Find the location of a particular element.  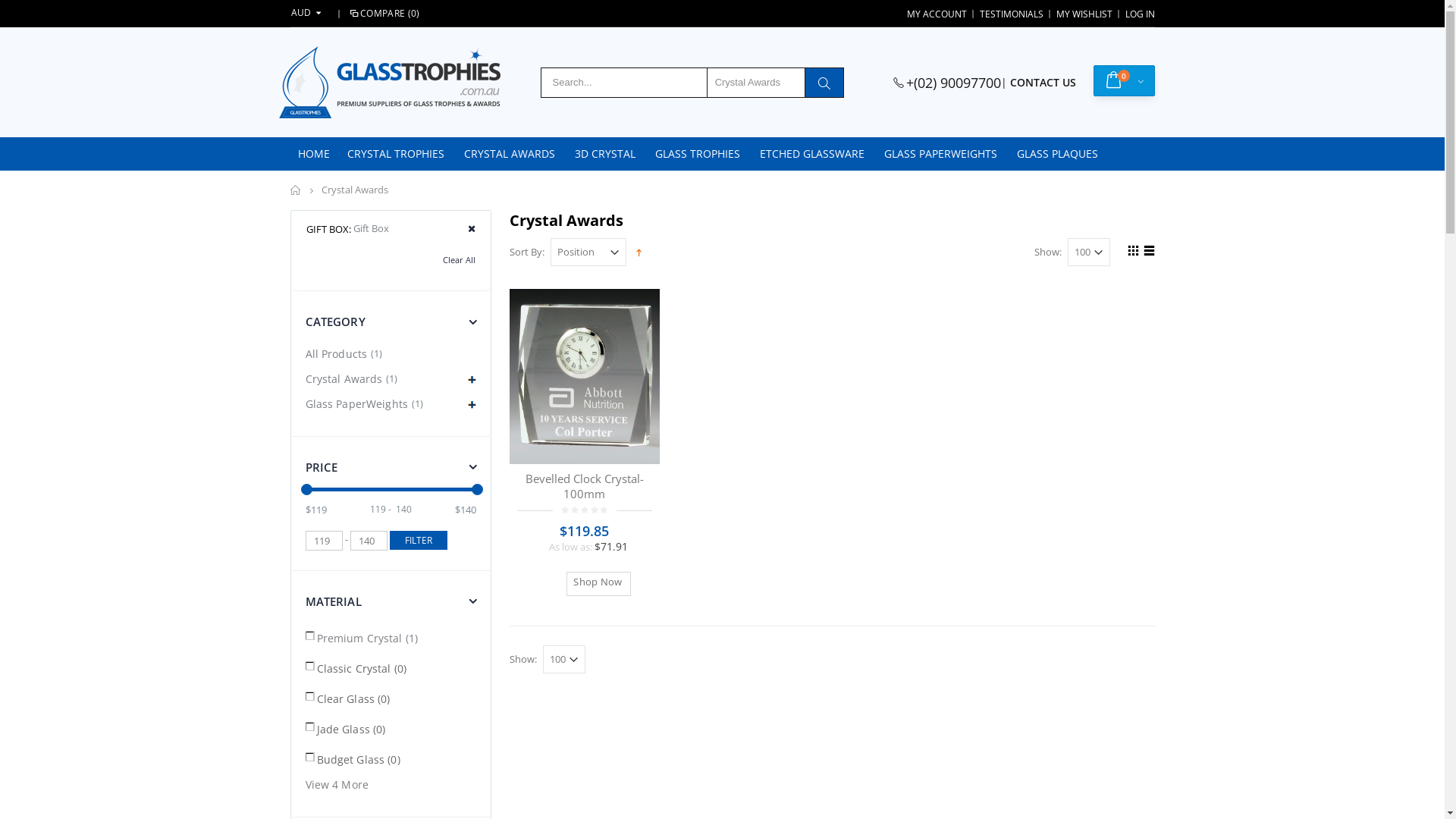

'CONTACT US' is located at coordinates (1042, 82).